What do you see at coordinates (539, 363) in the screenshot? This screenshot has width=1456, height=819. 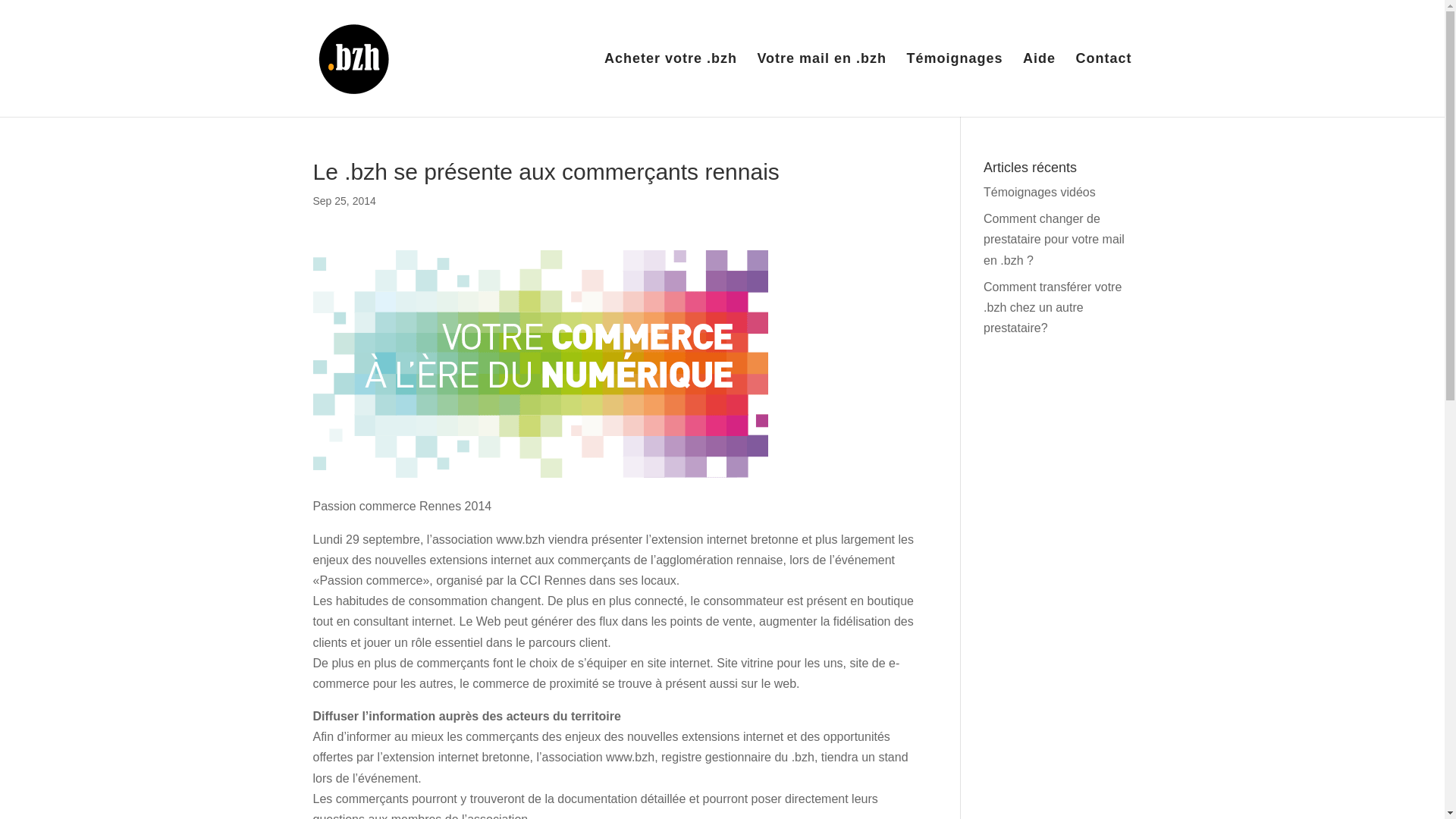 I see `'Passion commerce Rennes 2014'` at bounding box center [539, 363].